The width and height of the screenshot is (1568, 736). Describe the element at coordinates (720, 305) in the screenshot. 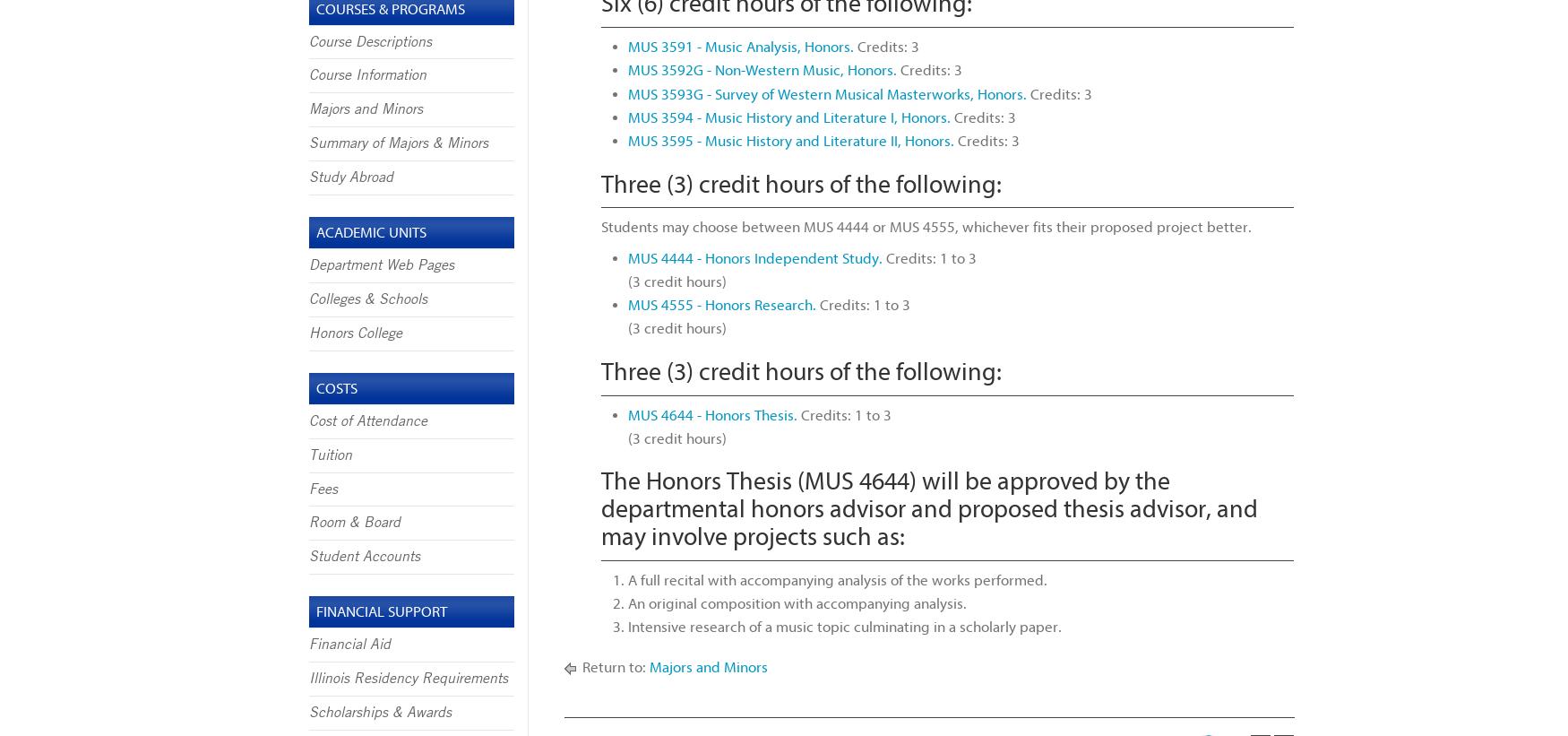

I see `'MUS 4555 - Honors Research.'` at that location.